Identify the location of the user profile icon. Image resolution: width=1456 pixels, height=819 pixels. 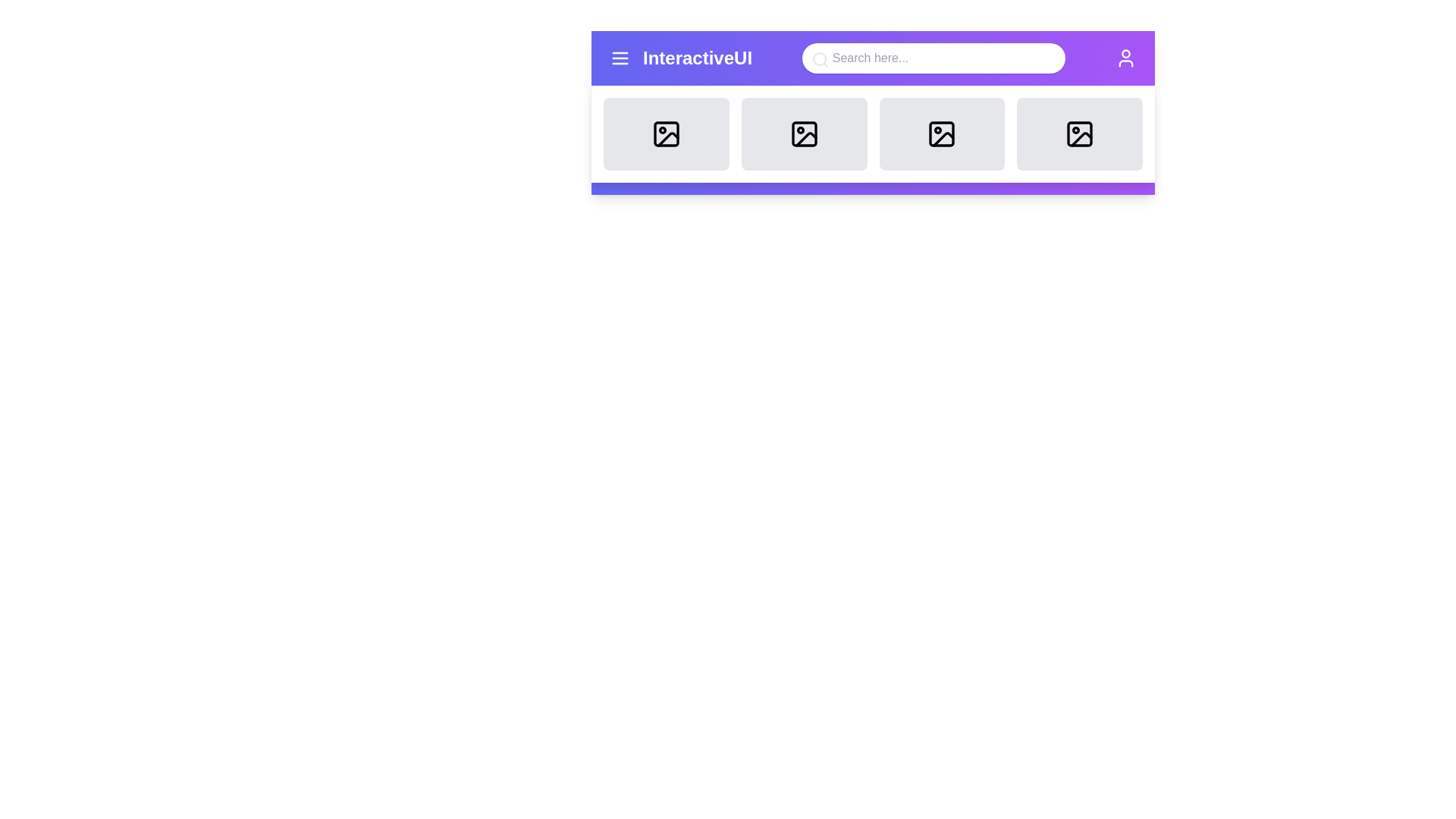
(1125, 58).